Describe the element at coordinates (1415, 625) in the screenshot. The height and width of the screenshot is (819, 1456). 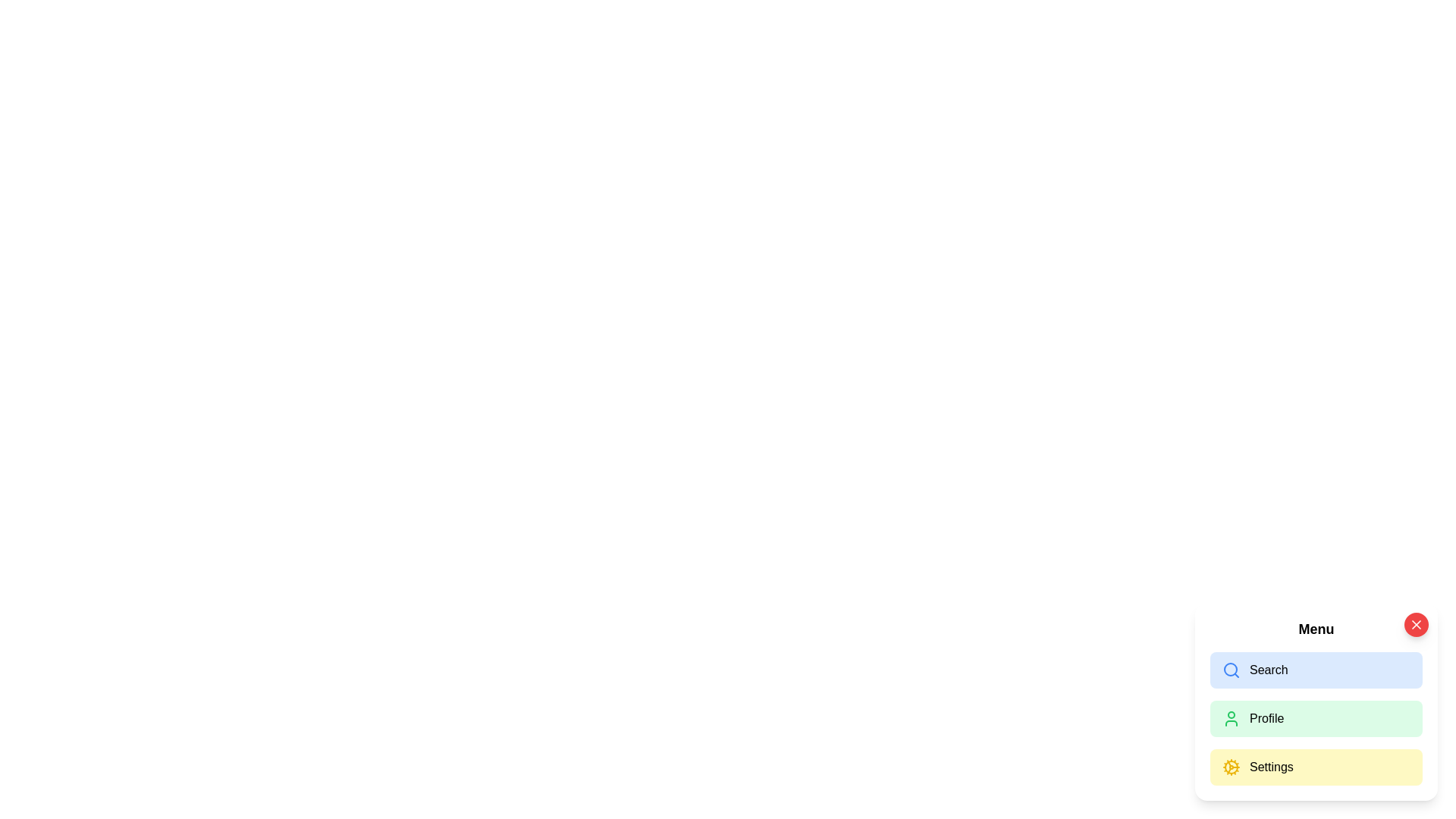
I see `the diagonal cross icon within the red circular button at the top-right corner of the menu panel` at that location.